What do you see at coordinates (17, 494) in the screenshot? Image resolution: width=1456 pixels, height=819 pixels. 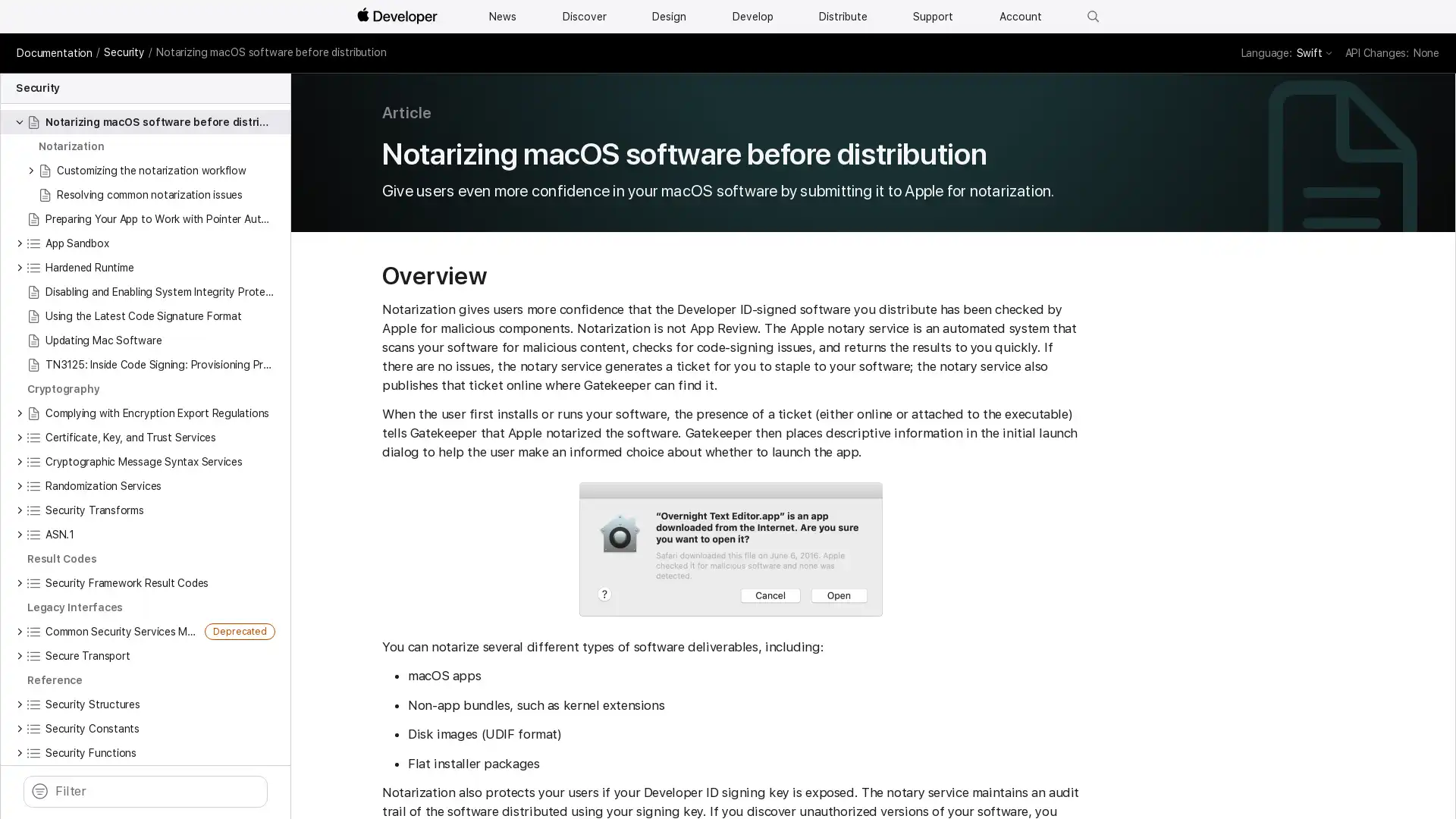 I see `Randomization Services` at bounding box center [17, 494].